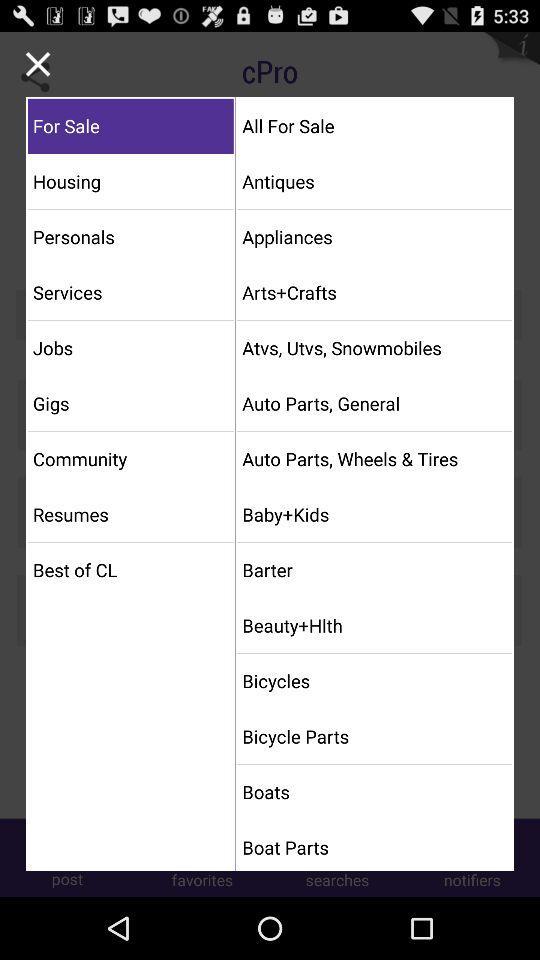 The width and height of the screenshot is (540, 960). What do you see at coordinates (130, 513) in the screenshot?
I see `the resumes` at bounding box center [130, 513].